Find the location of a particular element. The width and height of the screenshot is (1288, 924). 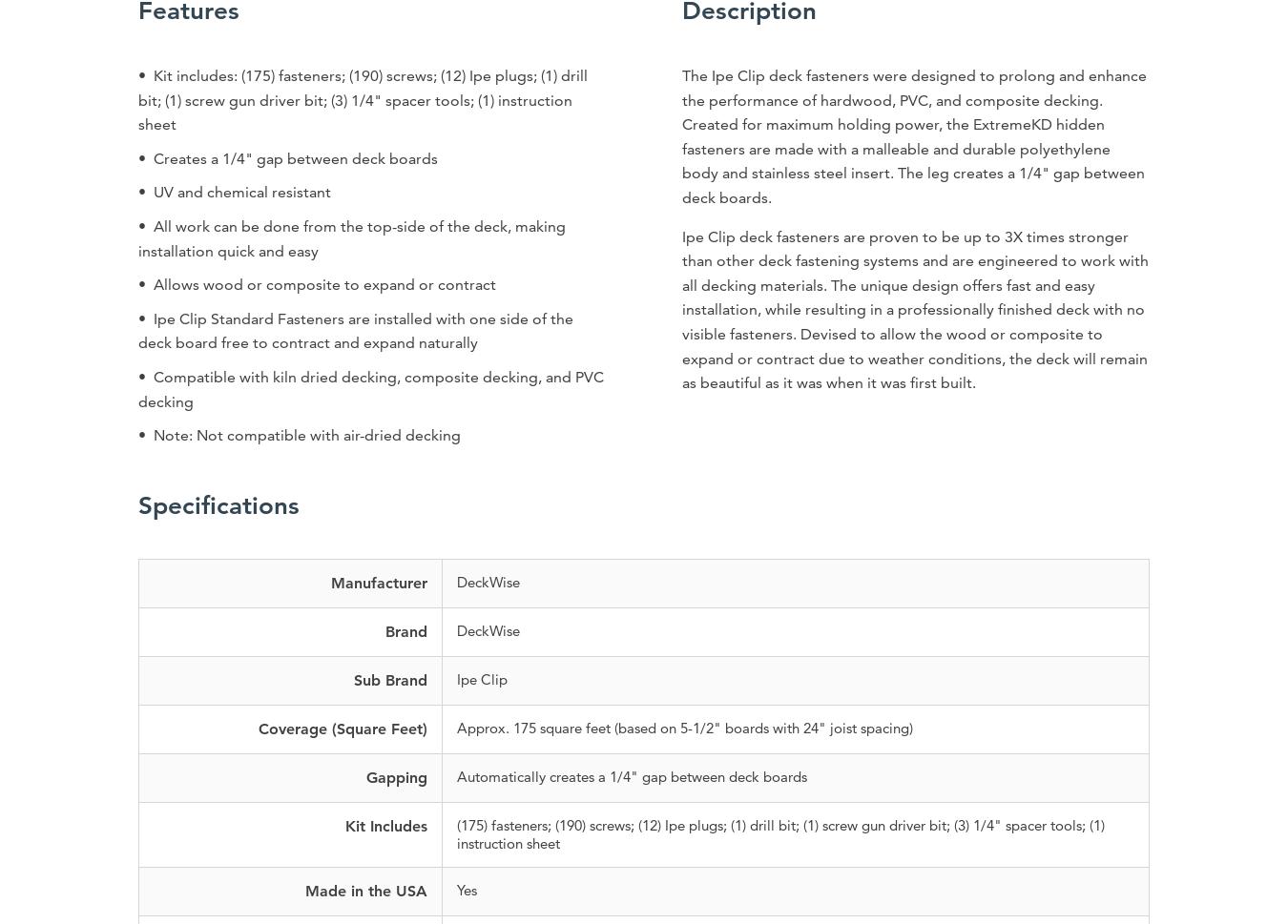

'(175) fasteners; (190) screws; (12) Ipe plugs; (1) drill bit; (1) screw gun driver bit; (3) 1/4" spacer tools; (1) instruction sheet' is located at coordinates (779, 832).